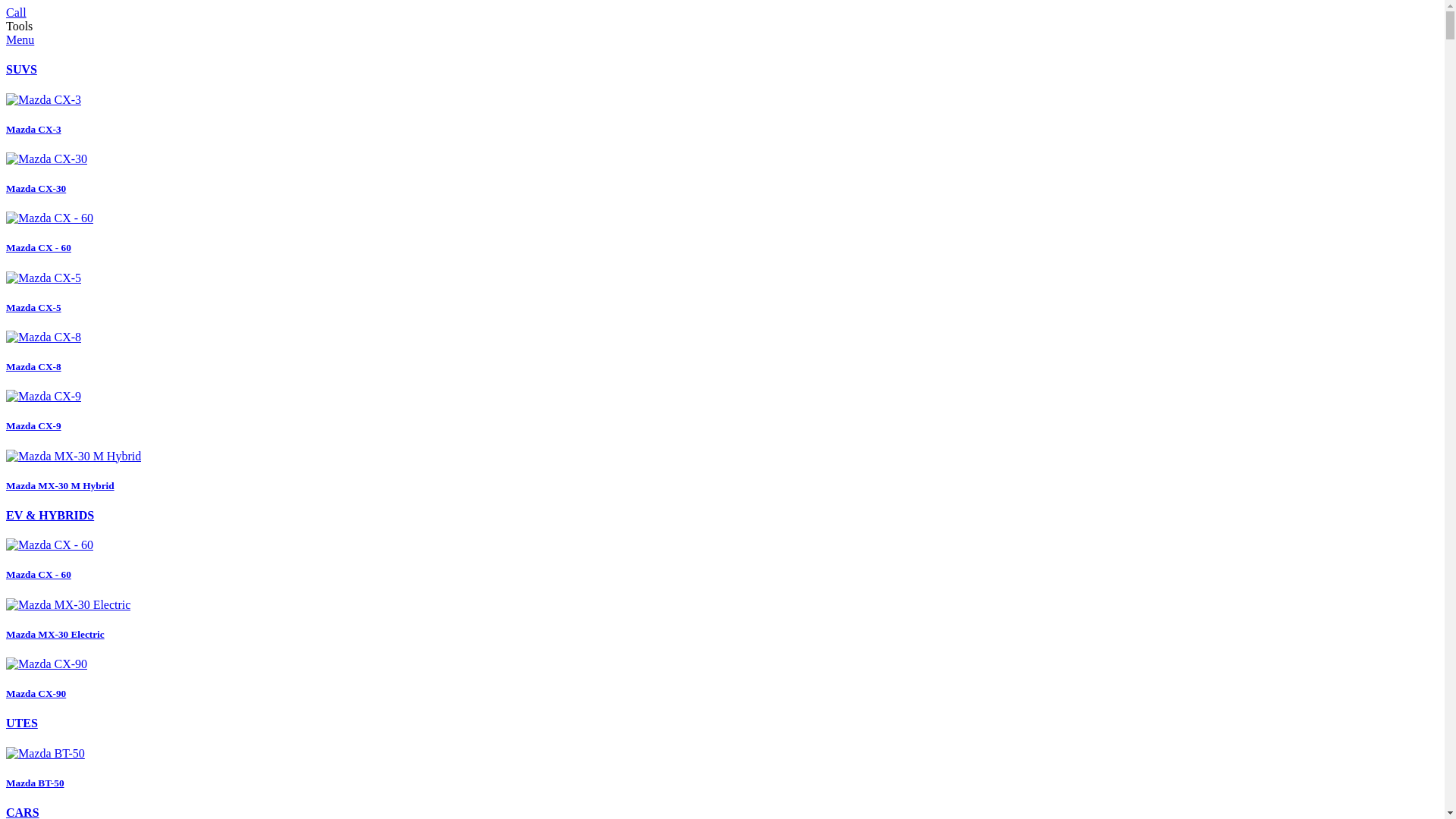 Image resolution: width=1456 pixels, height=819 pixels. What do you see at coordinates (16, 12) in the screenshot?
I see `'Call'` at bounding box center [16, 12].